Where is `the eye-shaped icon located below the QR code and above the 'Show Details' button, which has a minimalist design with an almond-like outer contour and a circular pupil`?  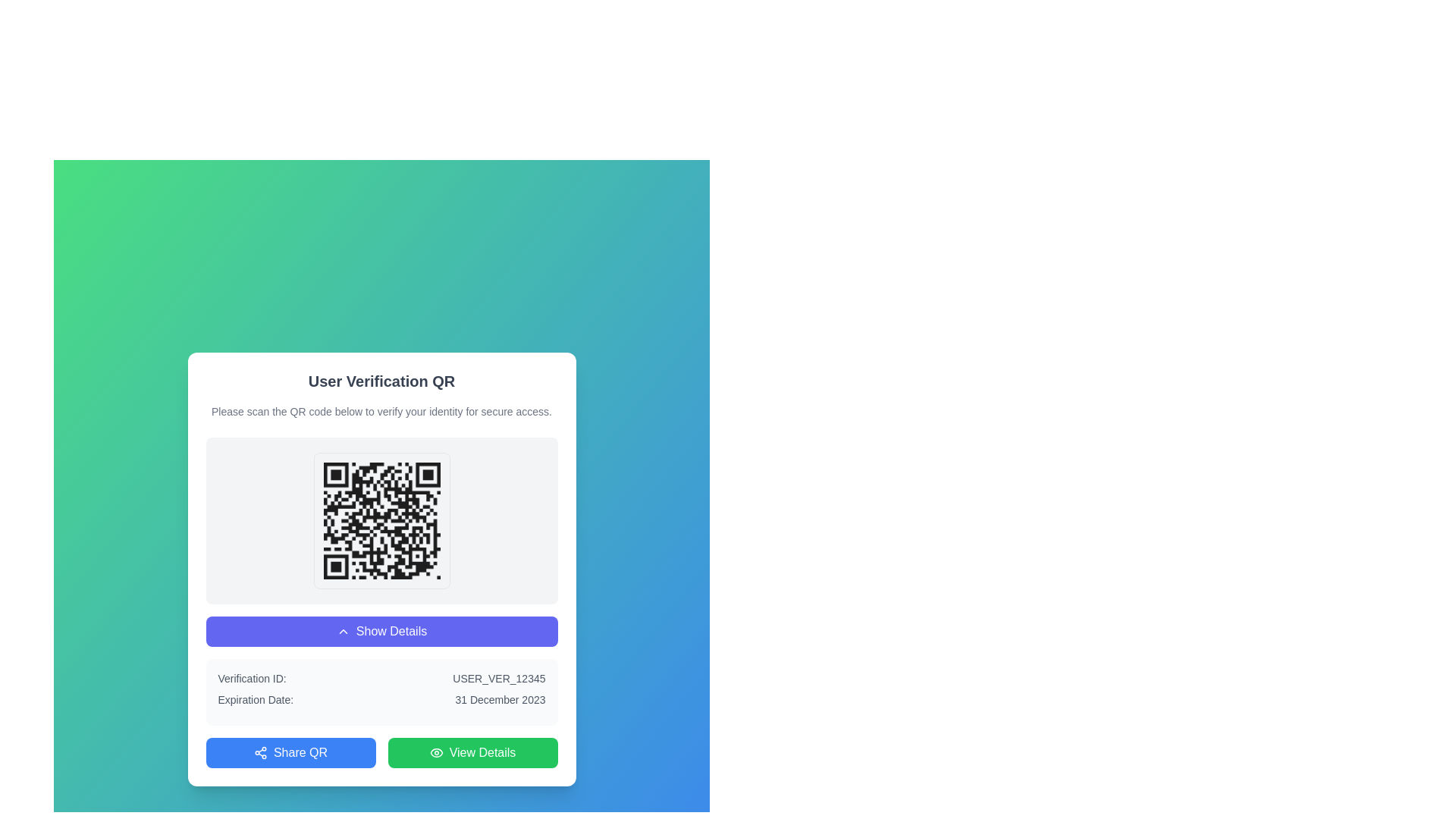 the eye-shaped icon located below the QR code and above the 'Show Details' button, which has a minimalist design with an almond-like outer contour and a circular pupil is located at coordinates (435, 752).